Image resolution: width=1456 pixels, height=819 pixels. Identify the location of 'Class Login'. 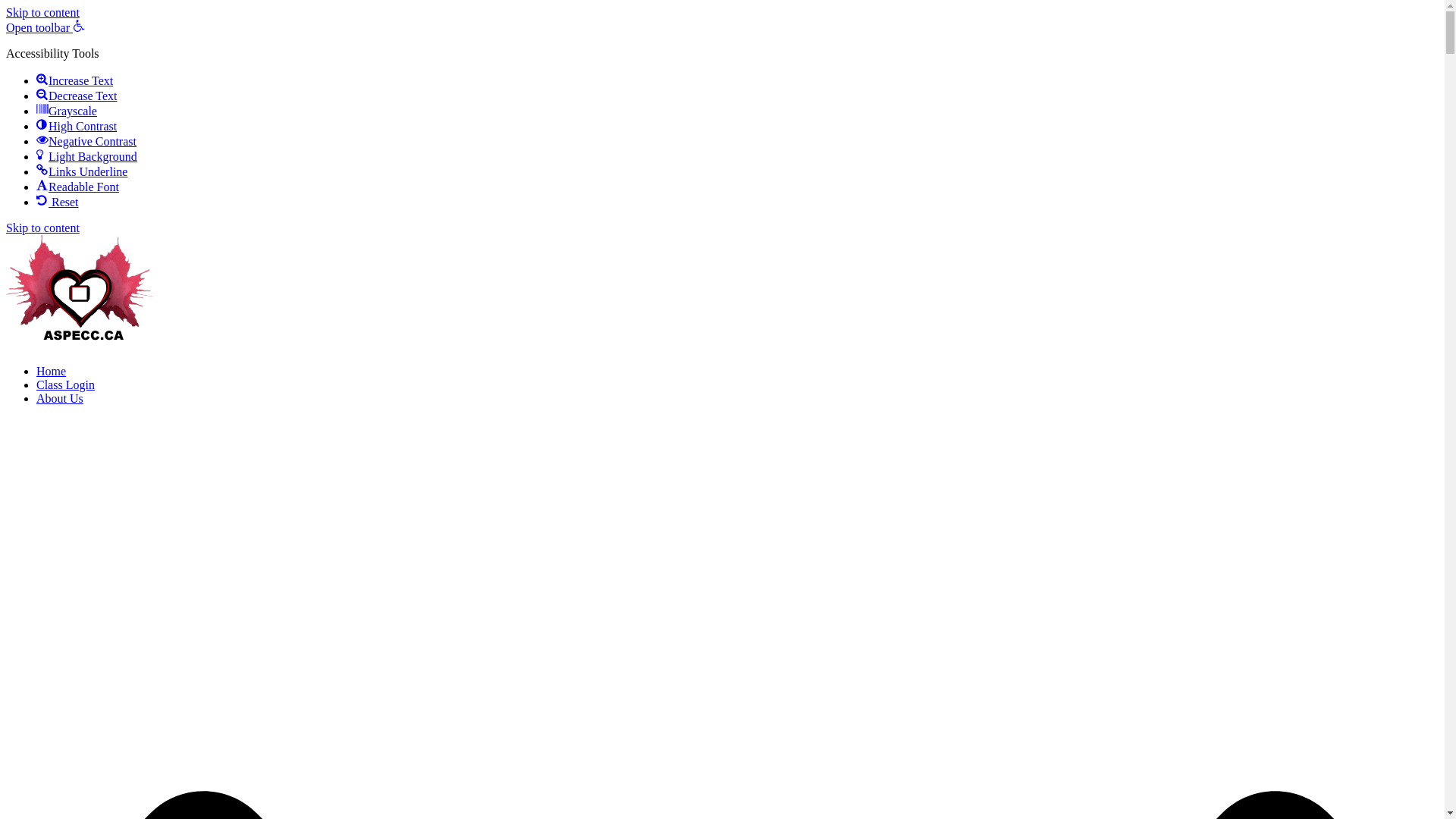
(64, 384).